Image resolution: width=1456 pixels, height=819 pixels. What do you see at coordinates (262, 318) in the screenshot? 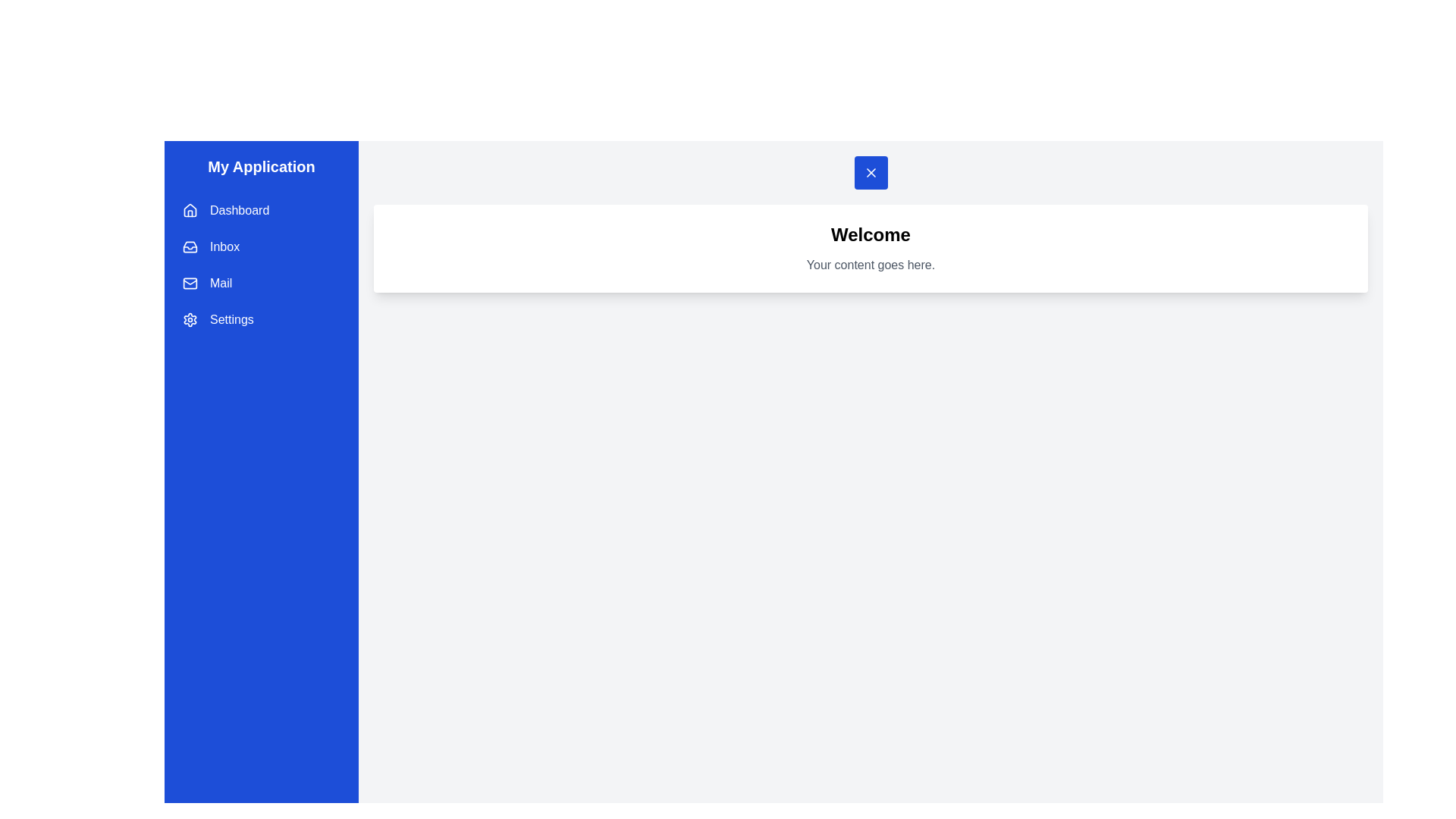
I see `the drawer menu item labeled Settings` at bounding box center [262, 318].